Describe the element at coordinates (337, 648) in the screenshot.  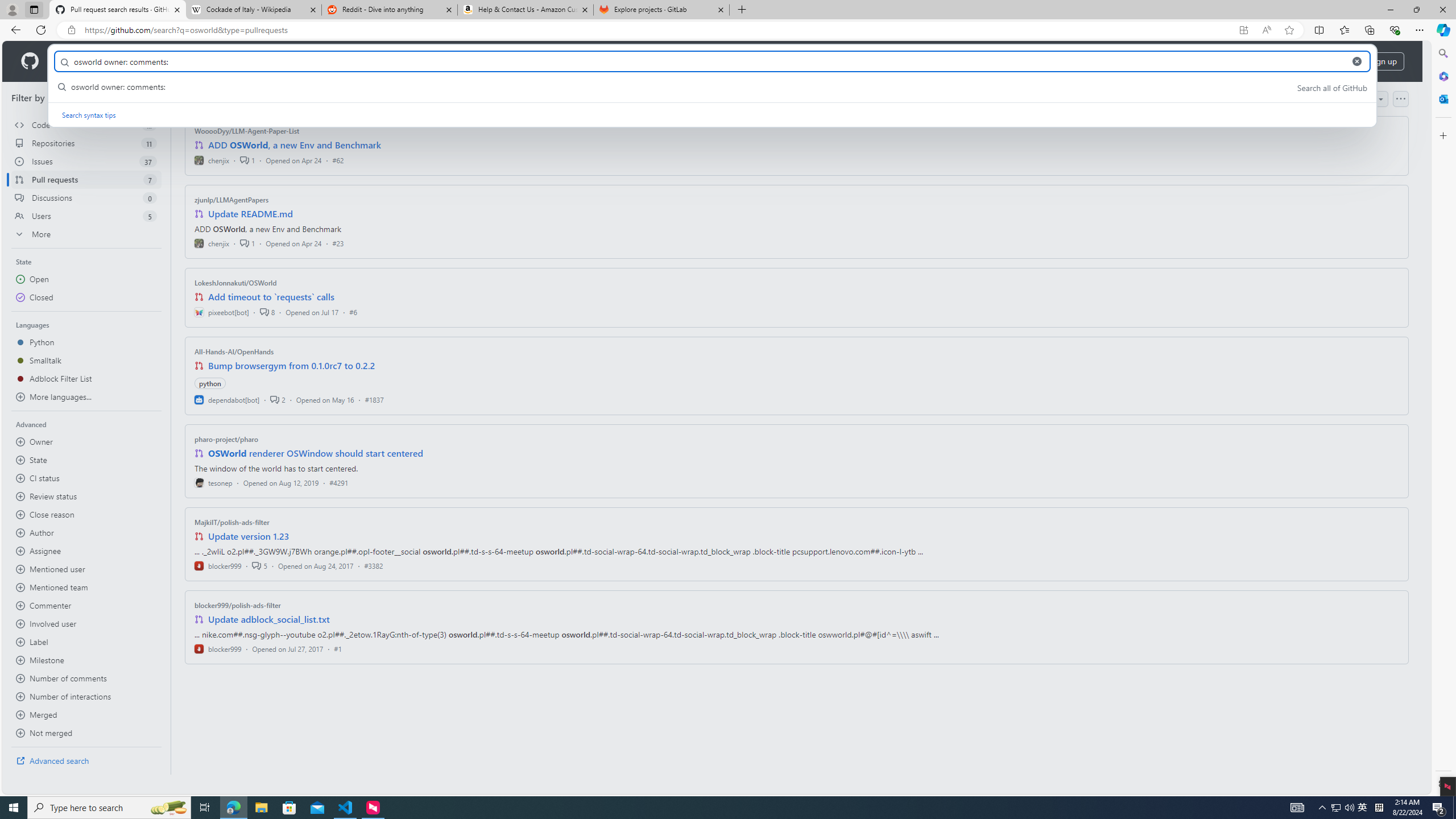
I see `'#1'` at that location.